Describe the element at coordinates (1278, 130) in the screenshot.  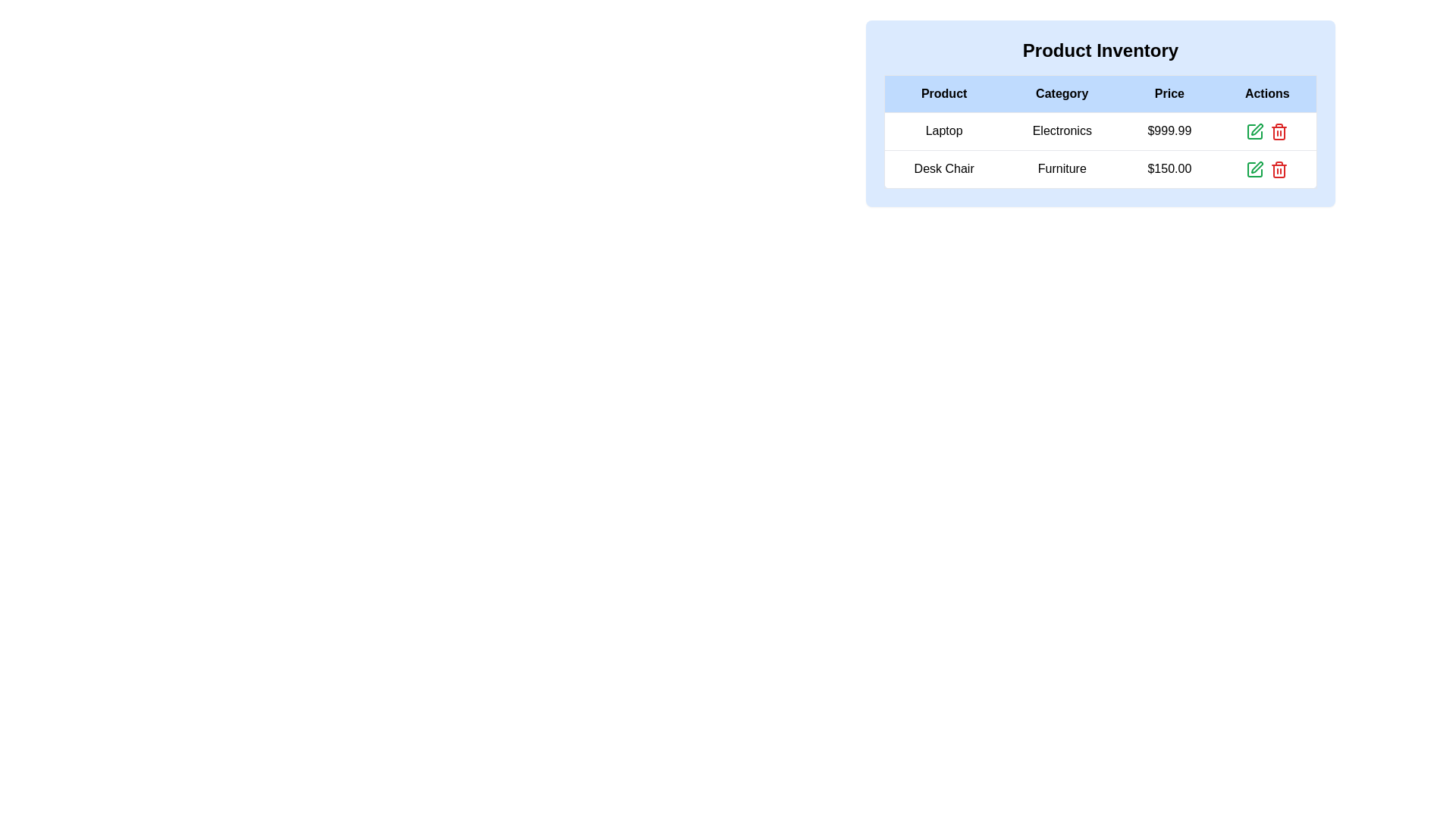
I see `the delete icon button in the 'Actions' column of the first row corresponding to the product labeled 'Laptop' to initiate the delete action` at that location.